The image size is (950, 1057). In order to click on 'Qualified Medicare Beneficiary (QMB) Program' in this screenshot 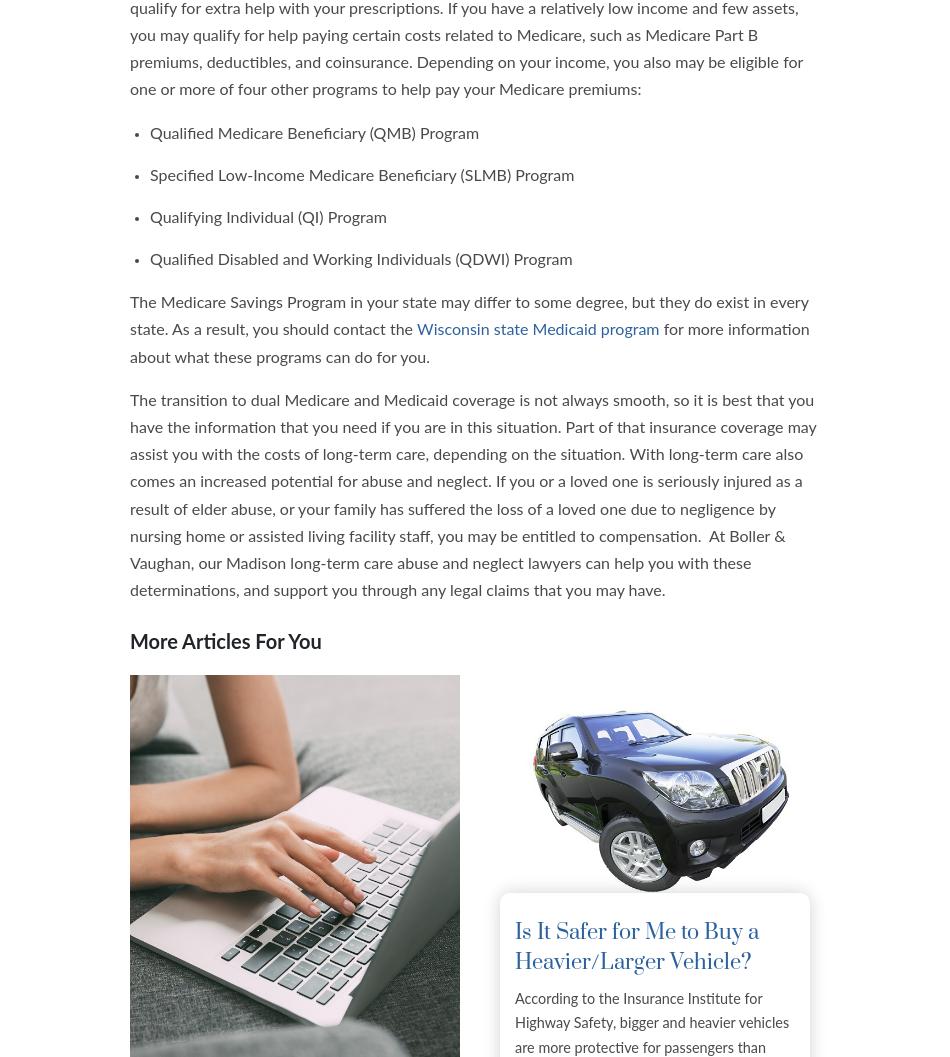, I will do `click(150, 131)`.